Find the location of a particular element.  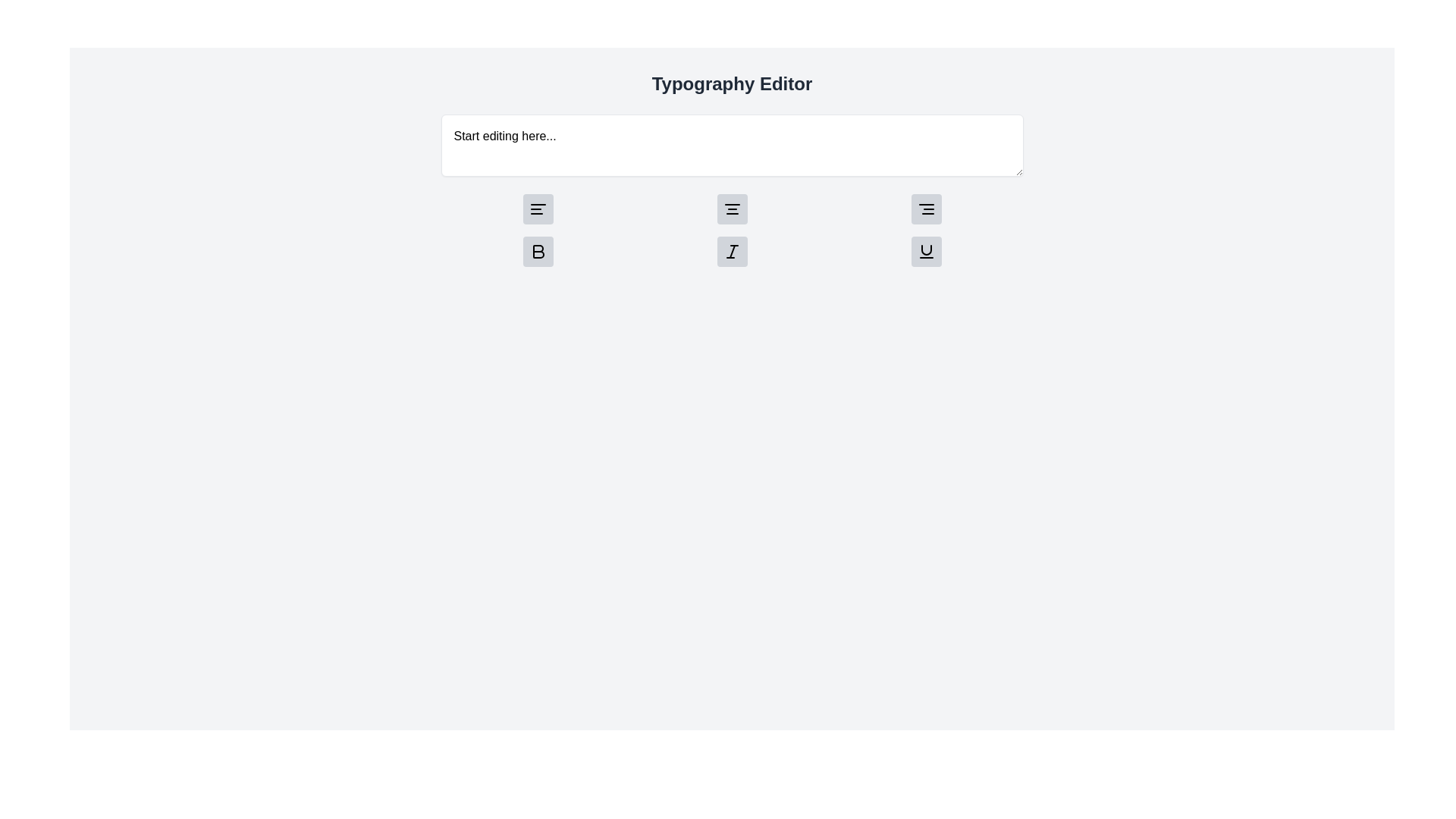

the second alignment button with an icon for centered text alignment, located beneath the 'Start editing here...' text area is located at coordinates (732, 190).